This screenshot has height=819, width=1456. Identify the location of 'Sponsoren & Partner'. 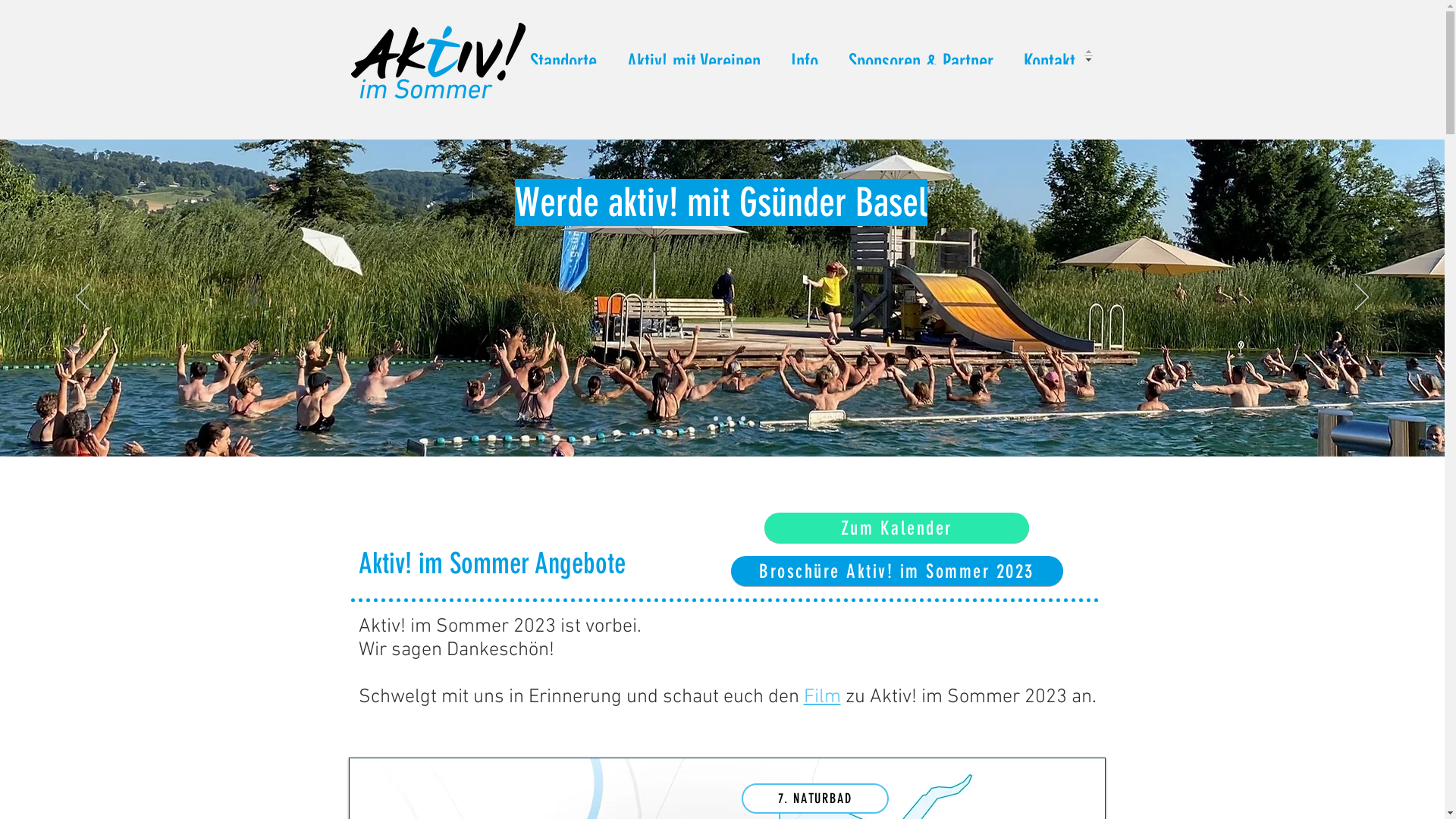
(919, 55).